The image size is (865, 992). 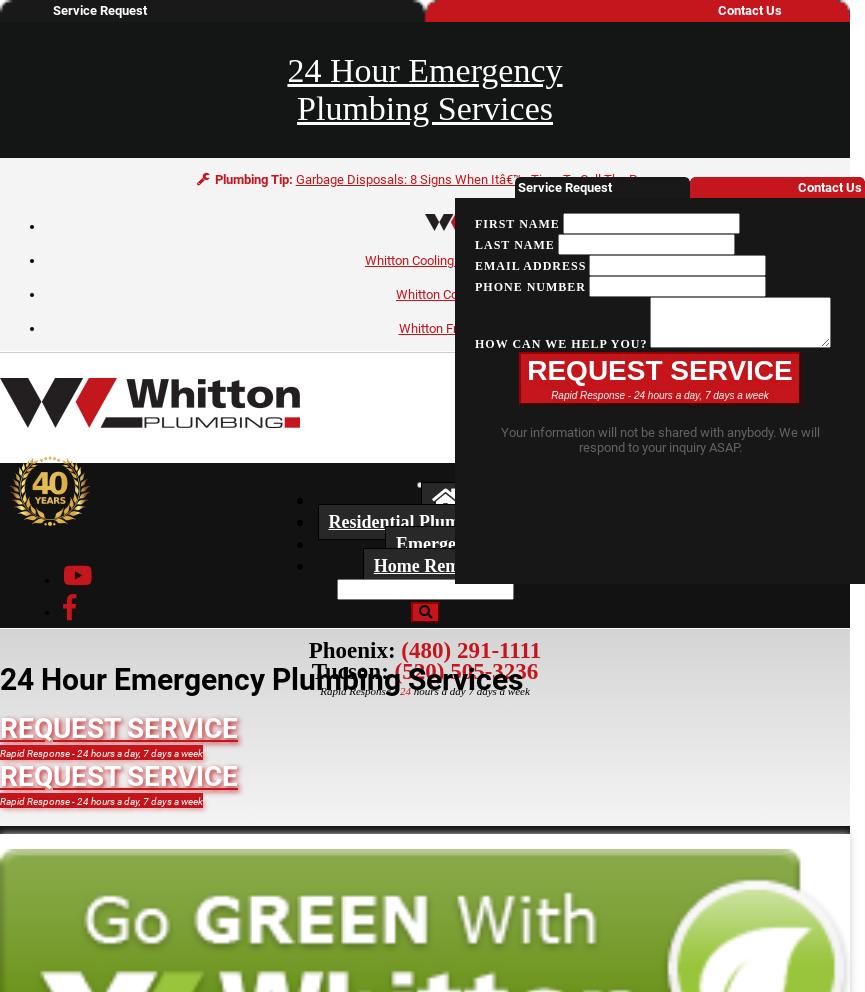 I want to click on '(480) 291-1111', so click(x=469, y=650).